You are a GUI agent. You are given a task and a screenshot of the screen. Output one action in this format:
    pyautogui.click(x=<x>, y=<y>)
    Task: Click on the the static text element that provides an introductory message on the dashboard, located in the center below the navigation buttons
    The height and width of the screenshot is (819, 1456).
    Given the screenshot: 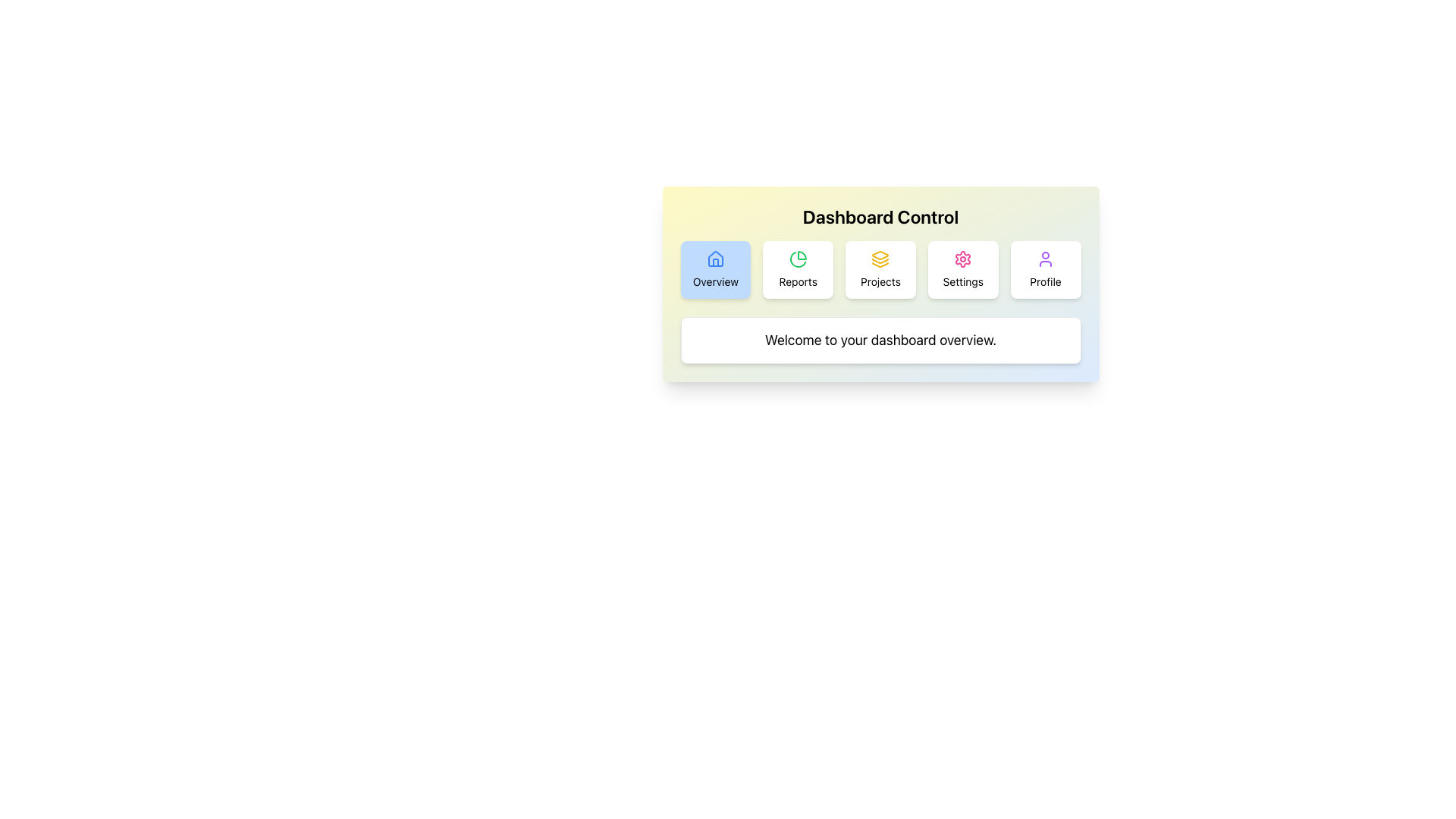 What is the action you would take?
    pyautogui.click(x=880, y=339)
    